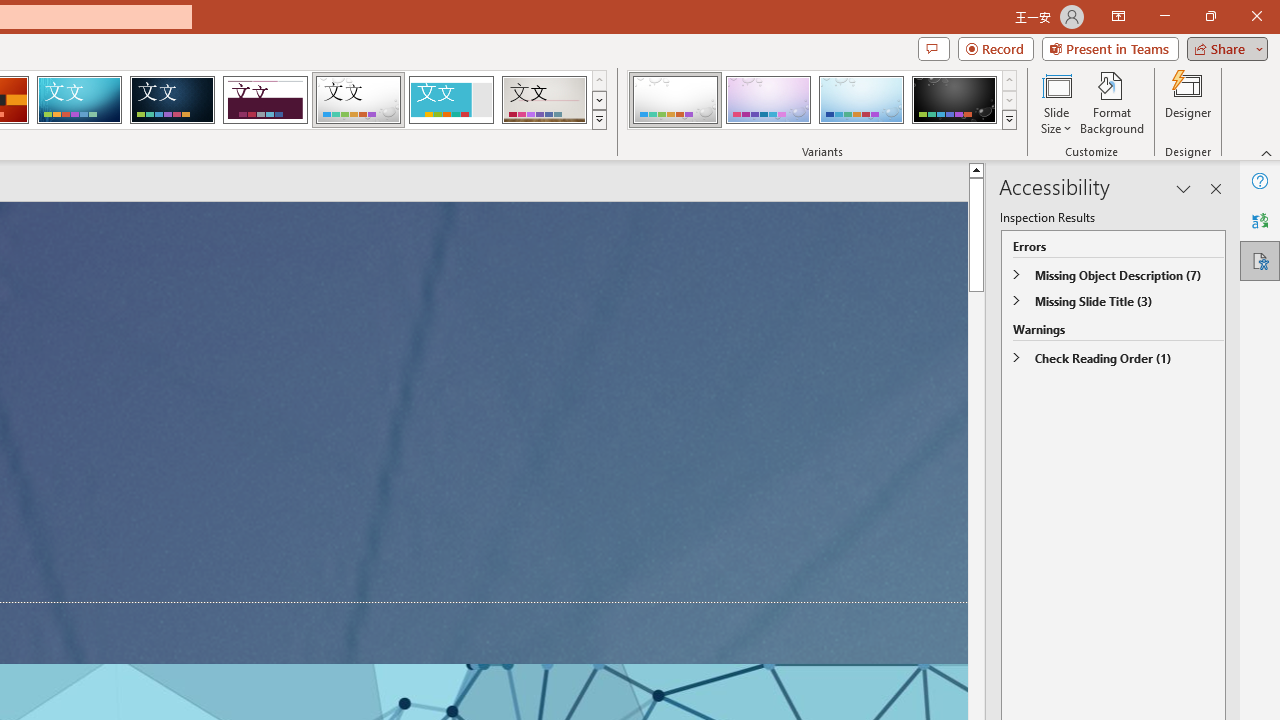 This screenshot has width=1280, height=720. Describe the element at coordinates (675, 100) in the screenshot. I see `'Droplet Variant 1'` at that location.